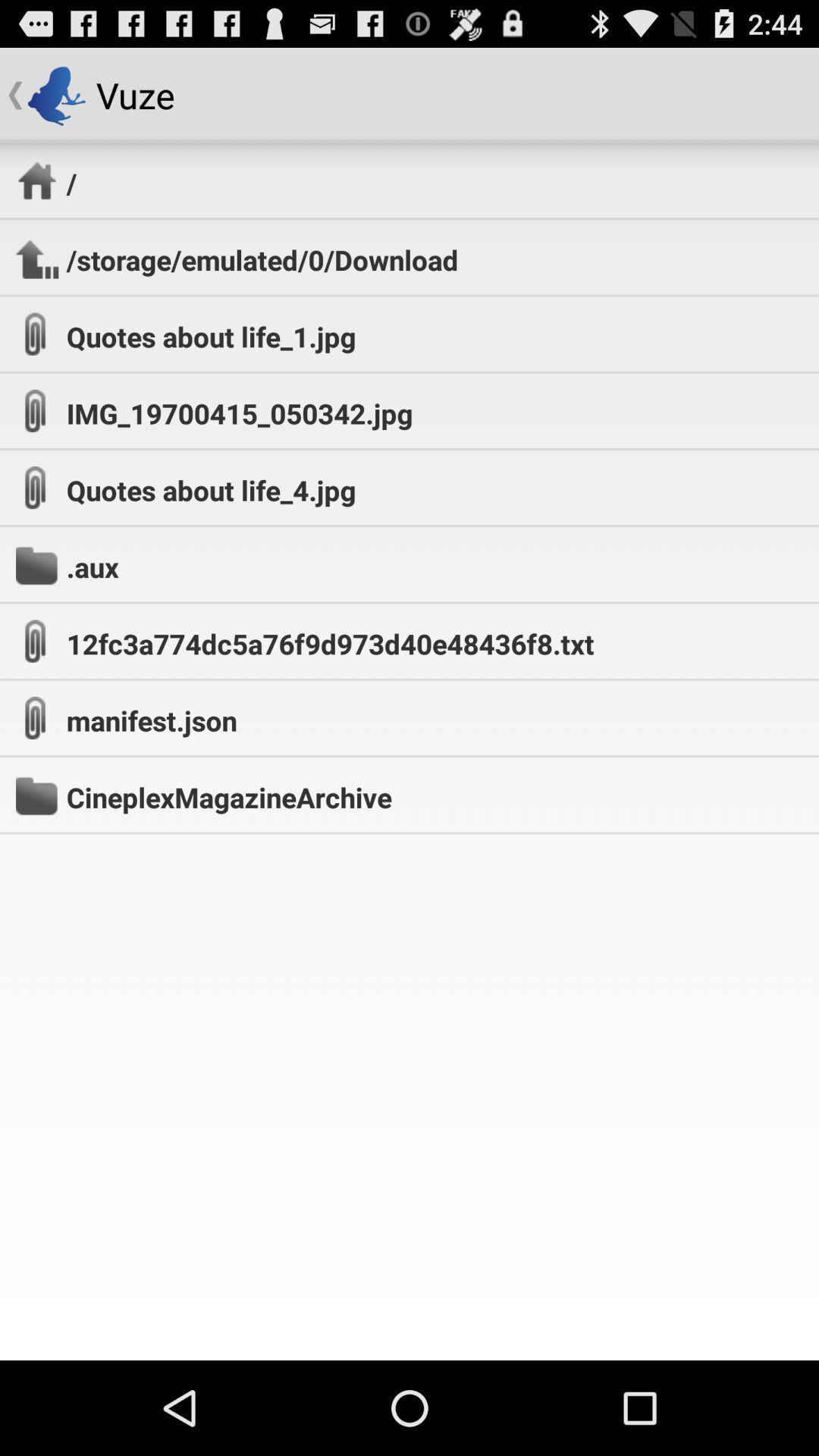 This screenshot has height=1456, width=819. Describe the element at coordinates (239, 413) in the screenshot. I see `the img_19700415_050342.jpg app` at that location.